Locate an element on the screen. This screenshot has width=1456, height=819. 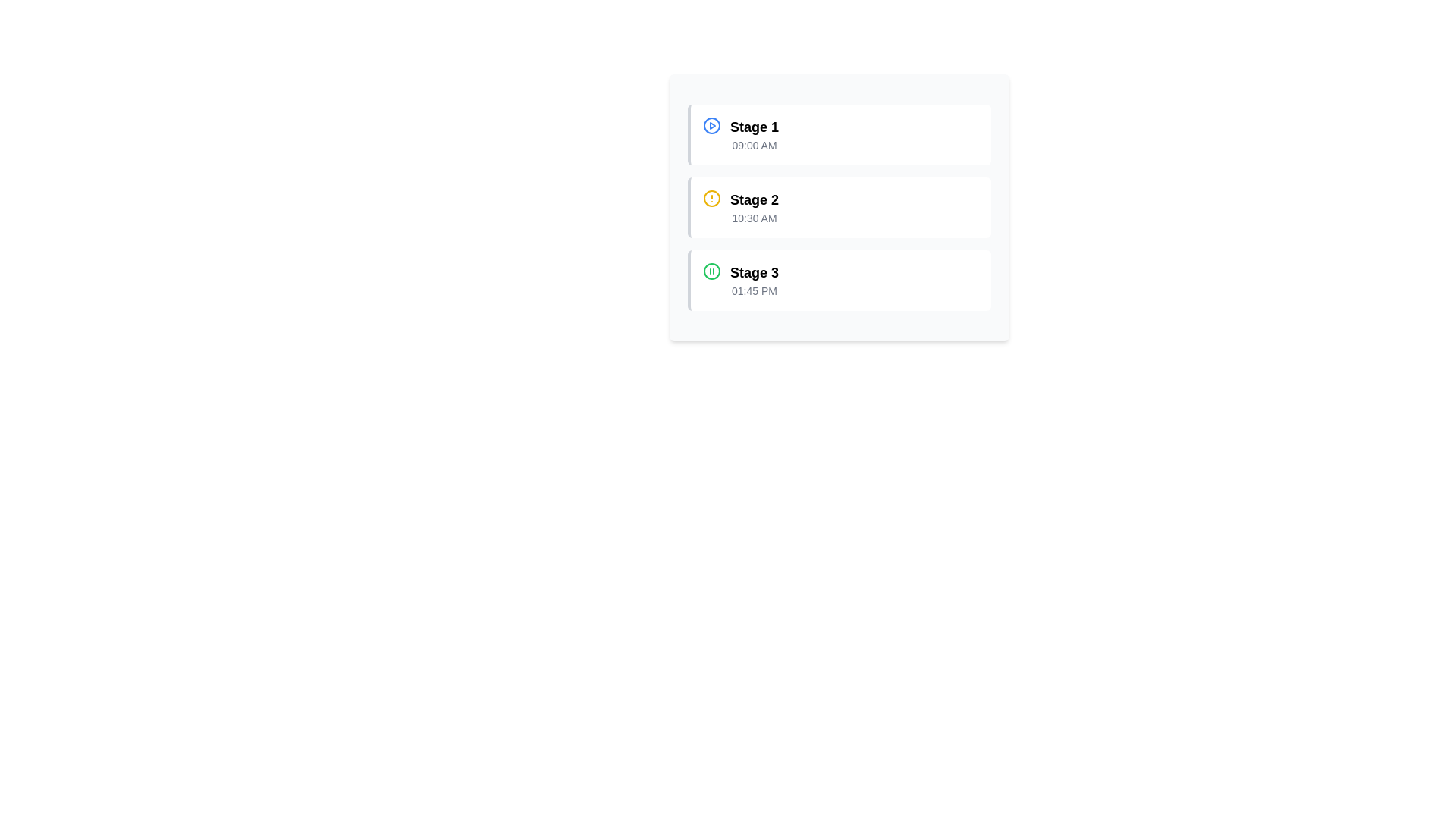
the 'Stage 3' display block, which shows the time '01:45 PM', located at the bottom of three vertically stacked cards is located at coordinates (839, 281).